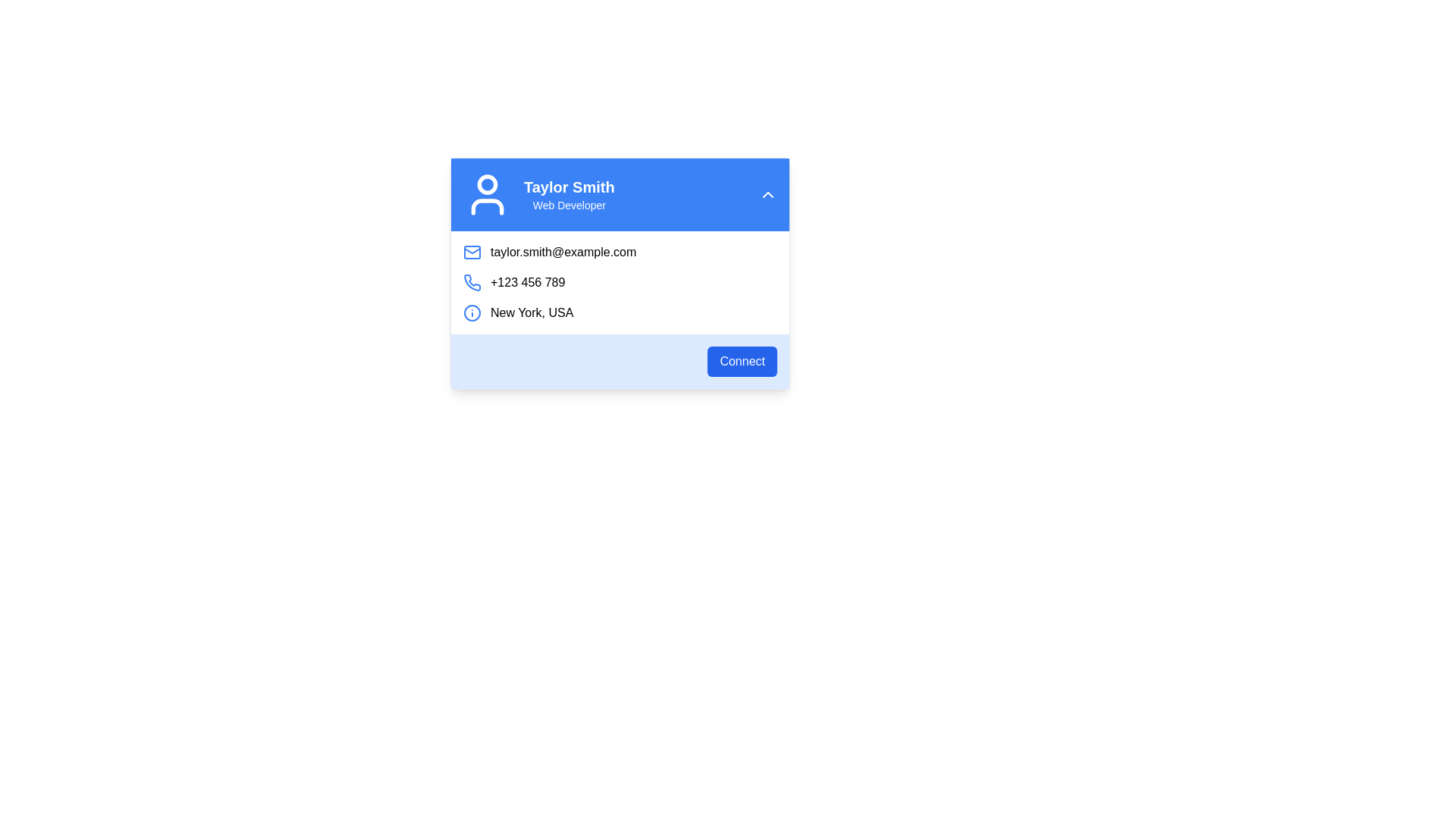 The width and height of the screenshot is (1456, 819). What do you see at coordinates (742, 362) in the screenshot?
I see `the 'Connect' button with a blue background and white text, located in the footer section of the user contact information box, for keyboard navigation` at bounding box center [742, 362].